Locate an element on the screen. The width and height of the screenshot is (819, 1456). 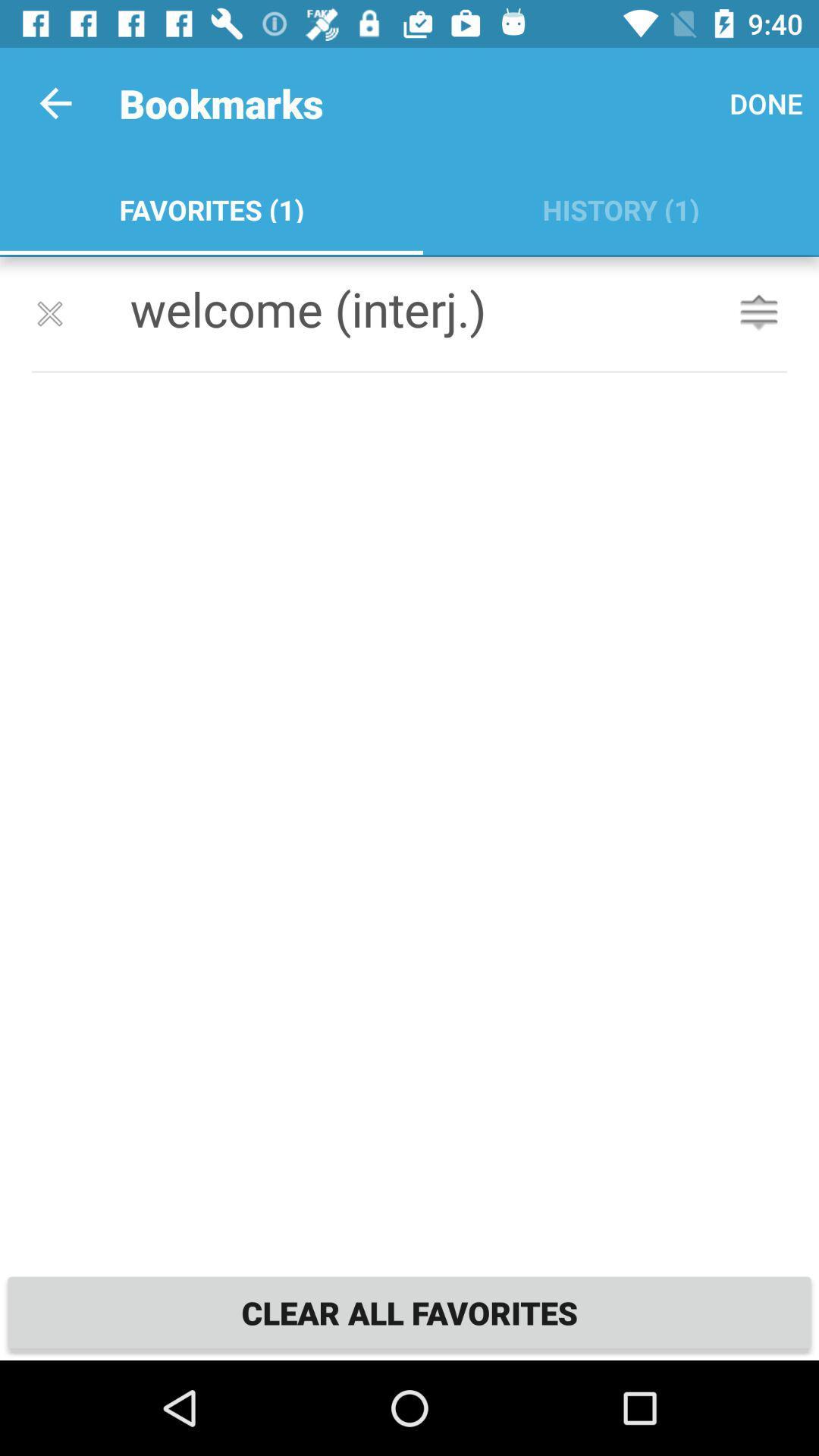
the item to the right of the favorites (1) item is located at coordinates (766, 102).